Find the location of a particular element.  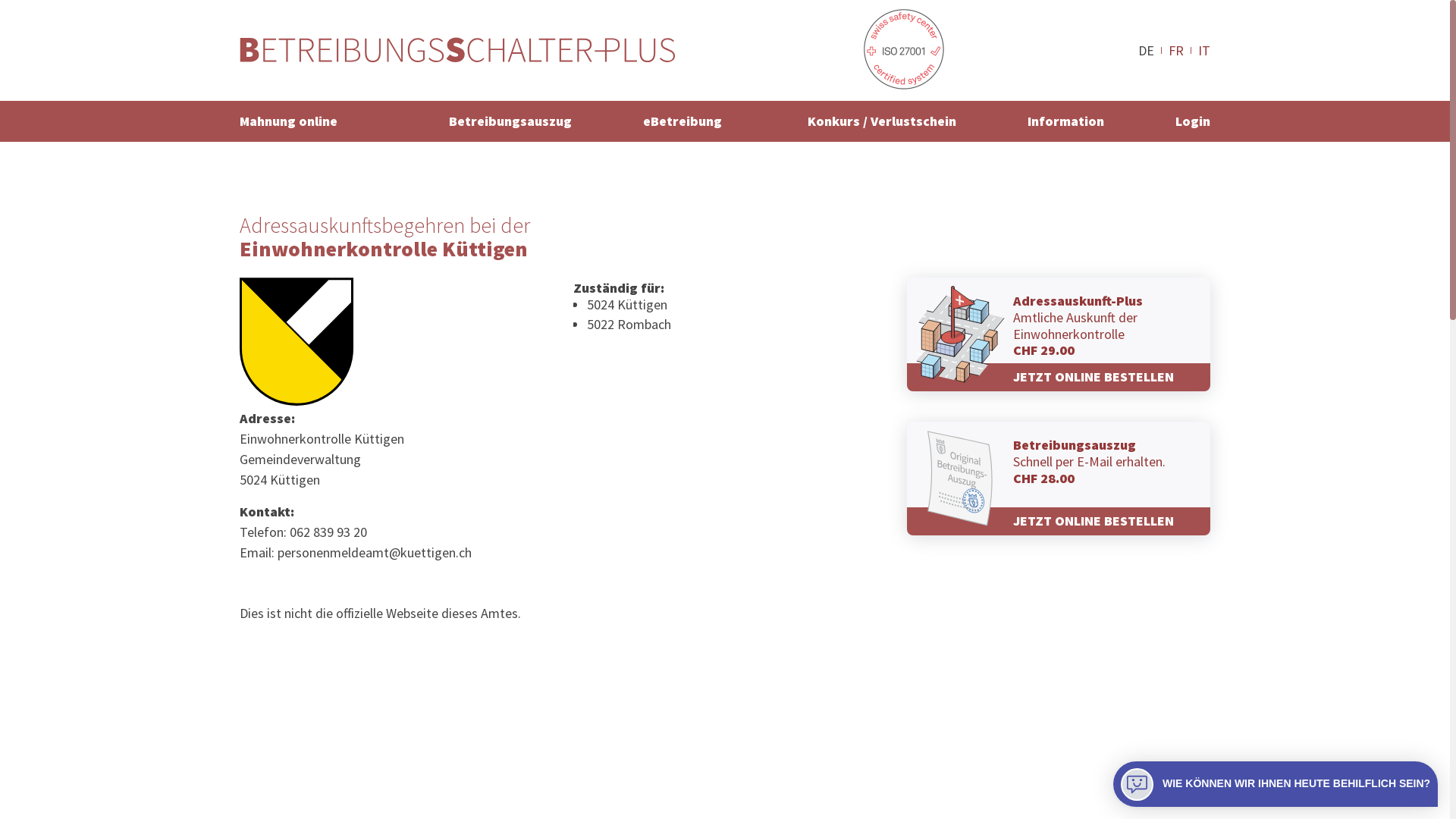

'Mahnung online' is located at coordinates (292, 120).